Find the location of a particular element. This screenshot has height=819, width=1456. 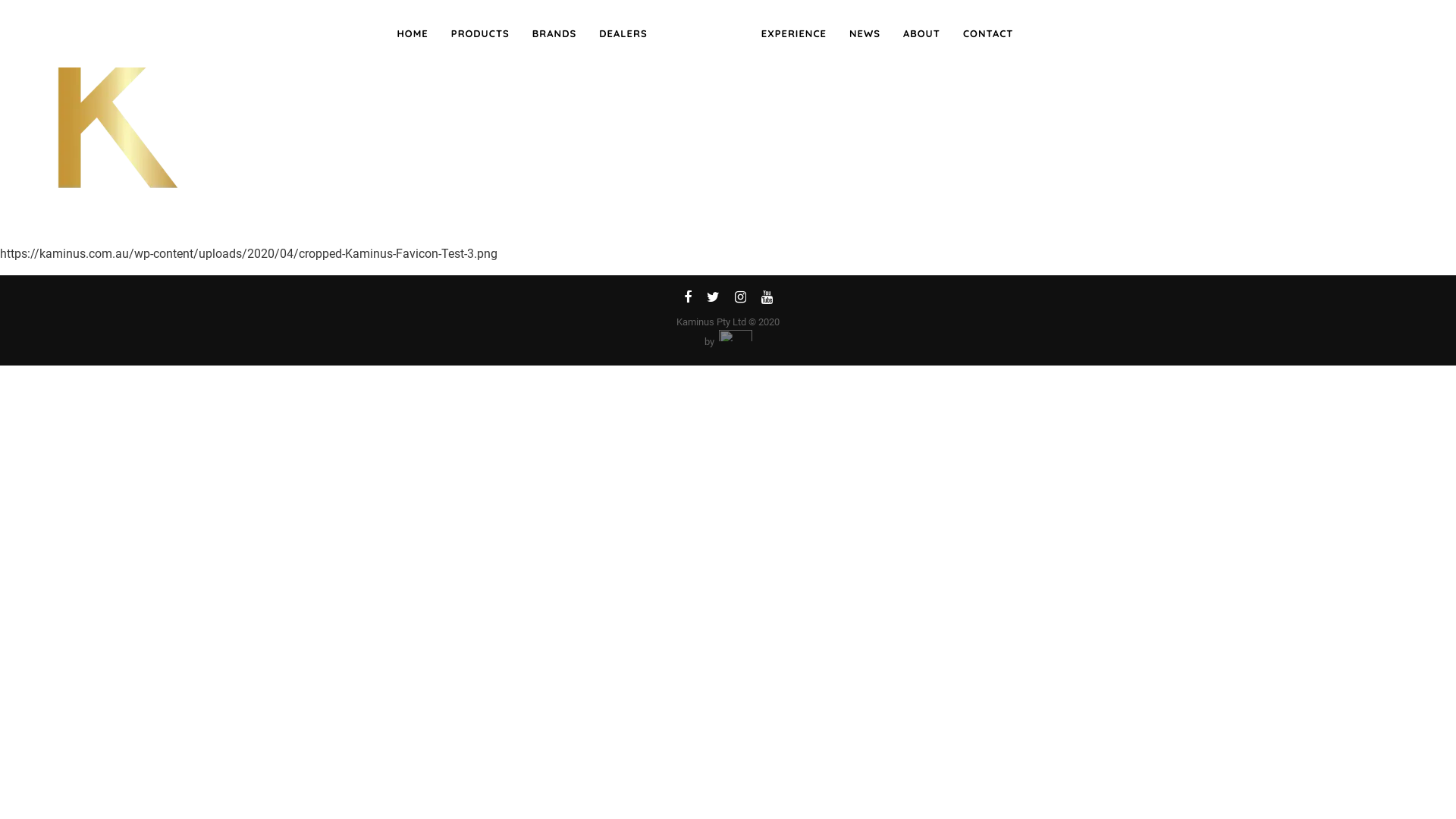

'Facebook' is located at coordinates (687, 300).